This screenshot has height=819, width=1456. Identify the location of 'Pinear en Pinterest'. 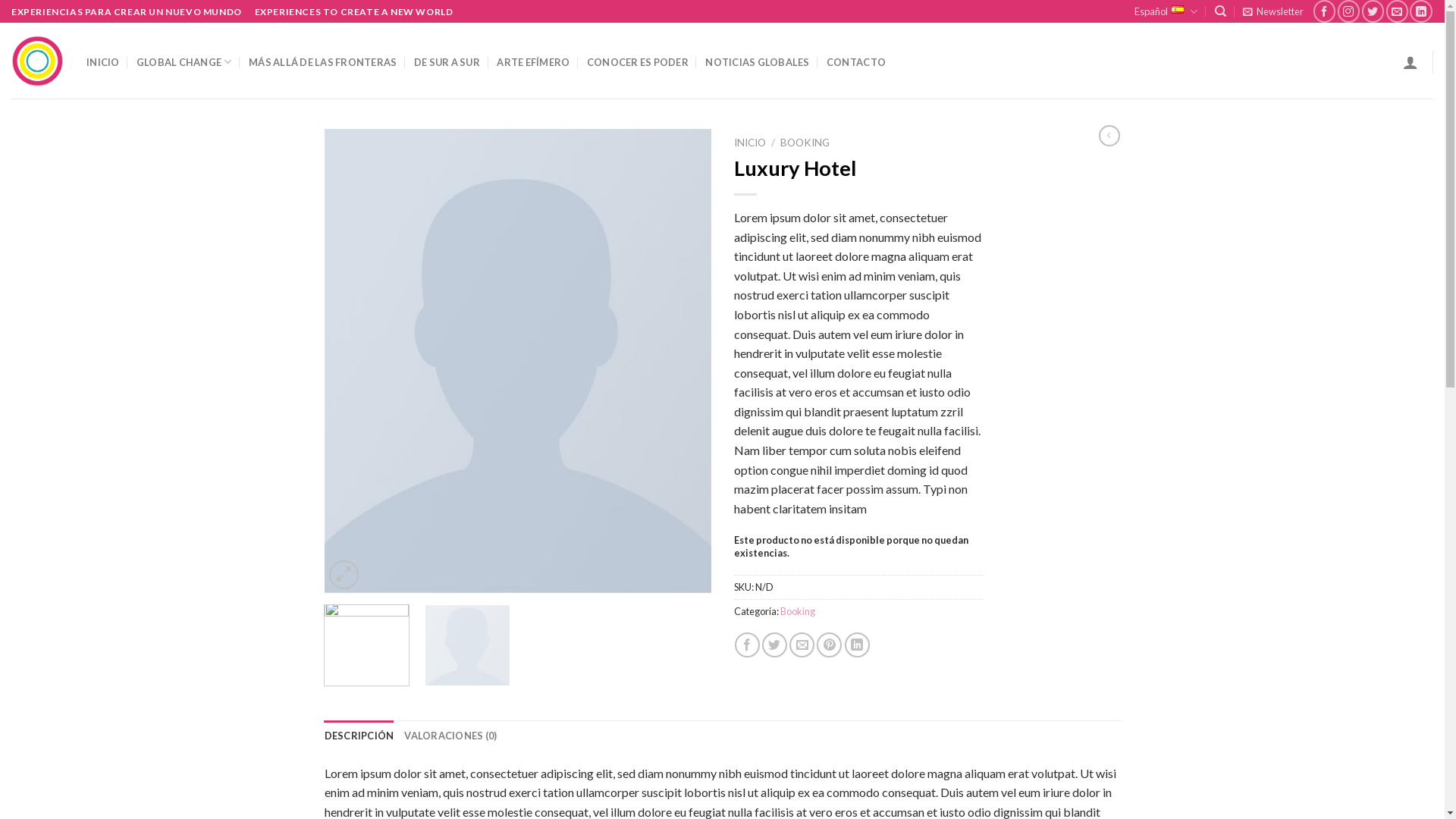
(828, 645).